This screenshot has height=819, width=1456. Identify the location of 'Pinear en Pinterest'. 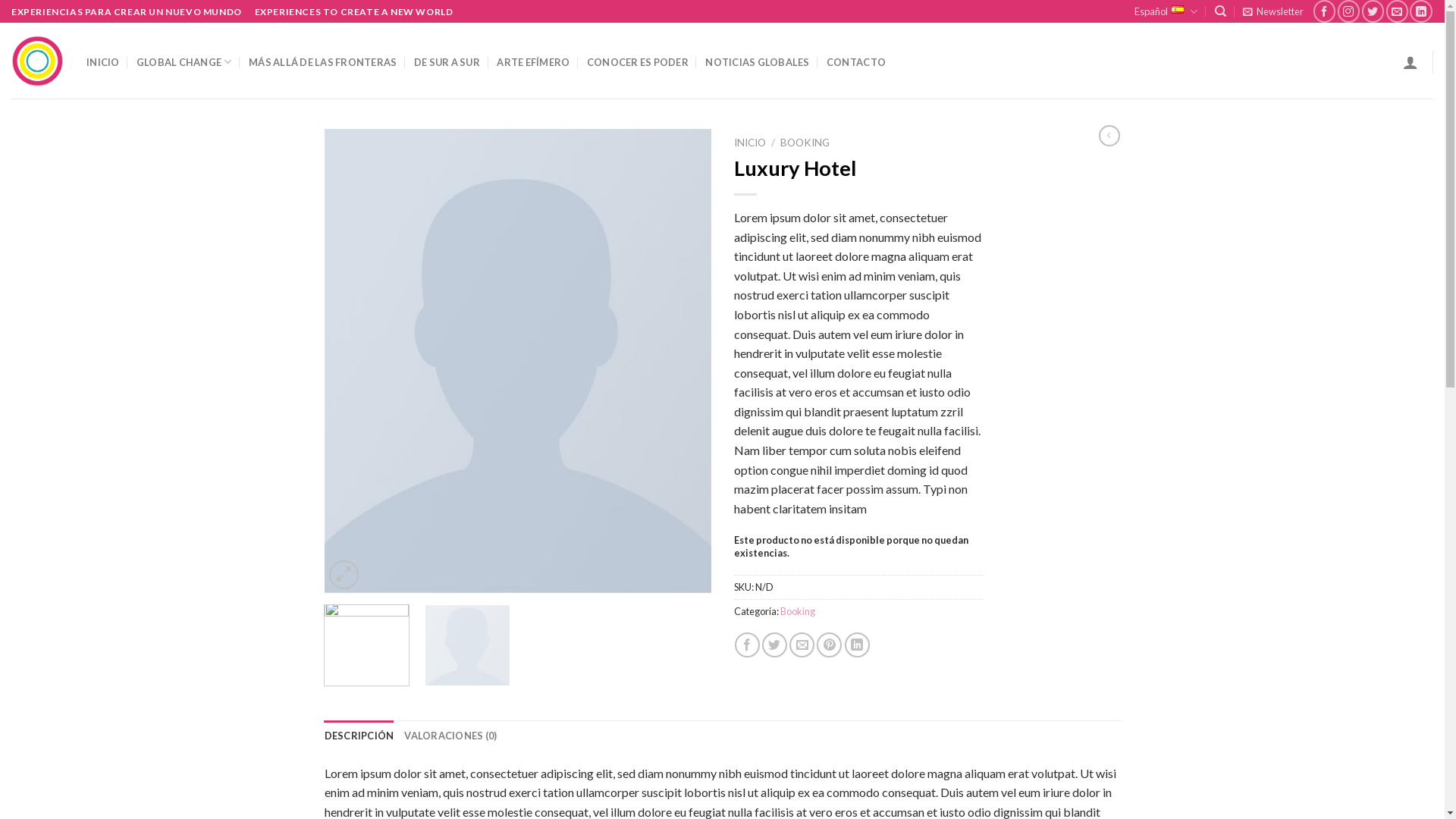
(828, 645).